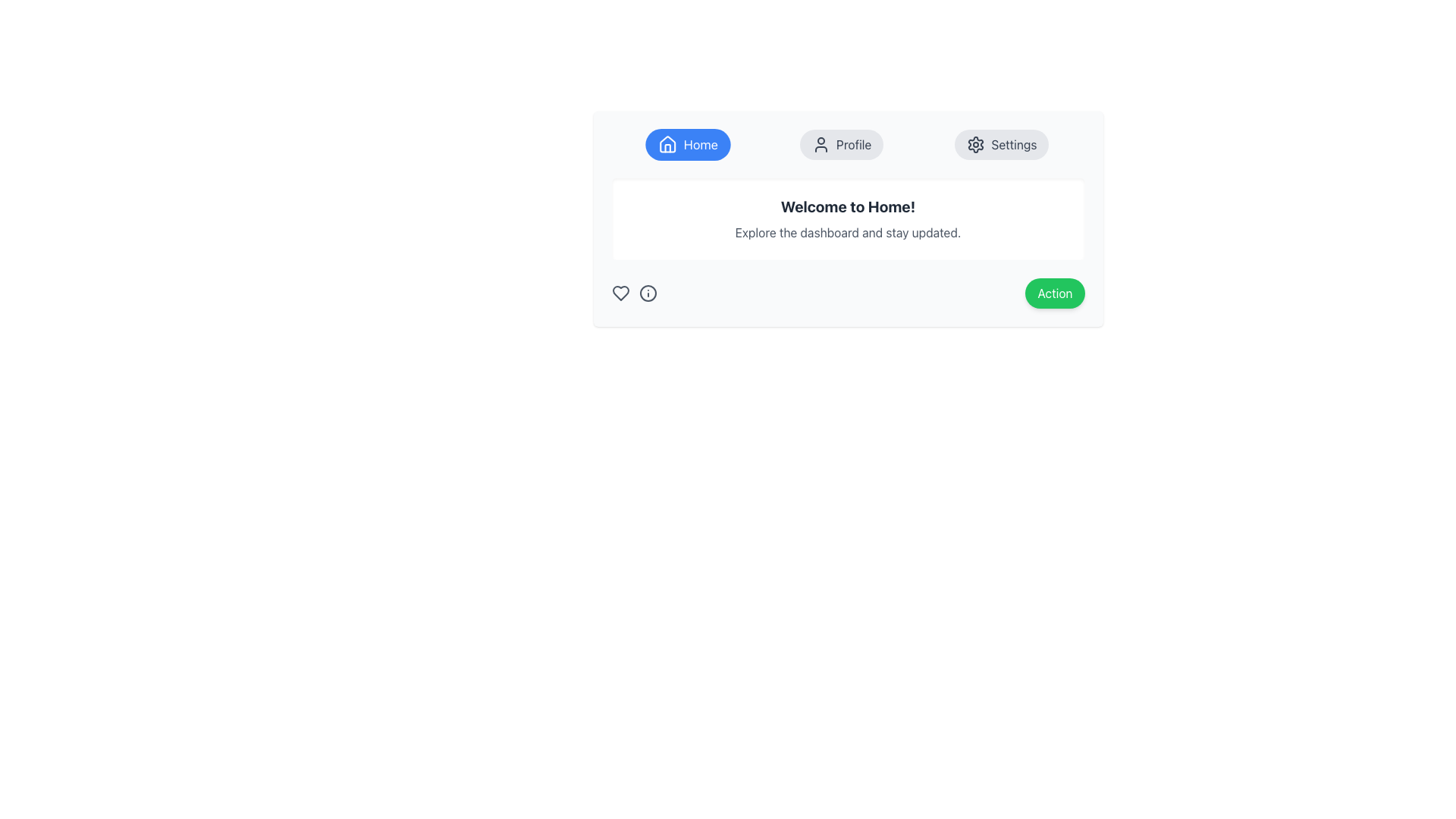 The image size is (1456, 819). Describe the element at coordinates (1014, 145) in the screenshot. I see `the 'Settings' text label in the horizontal menu bar` at that location.